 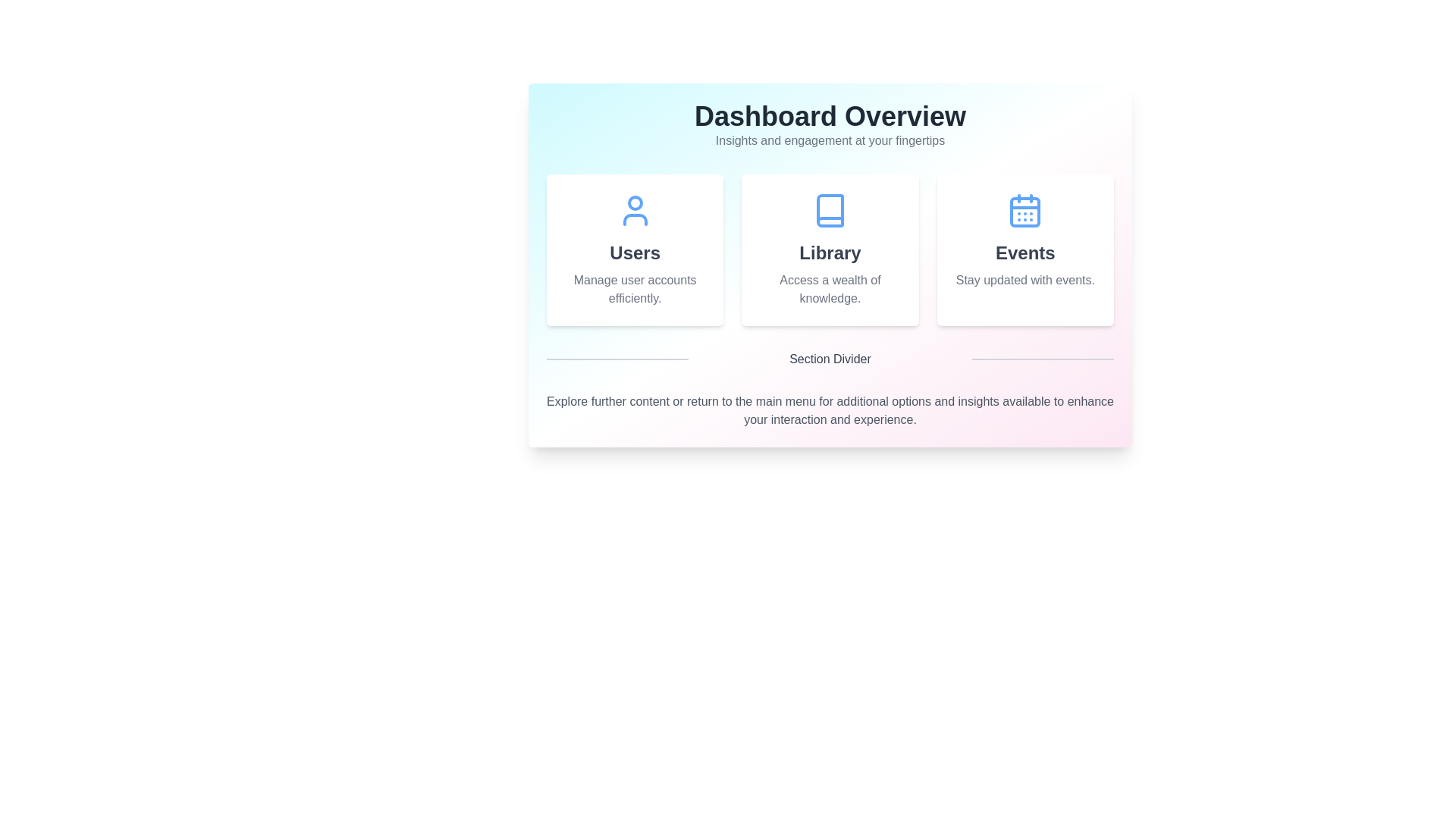 I want to click on the circular SVG element representing the head of the user symbol, which is styled with a blue outline and located above the 'Users' label in the dashboard, so click(x=635, y=202).